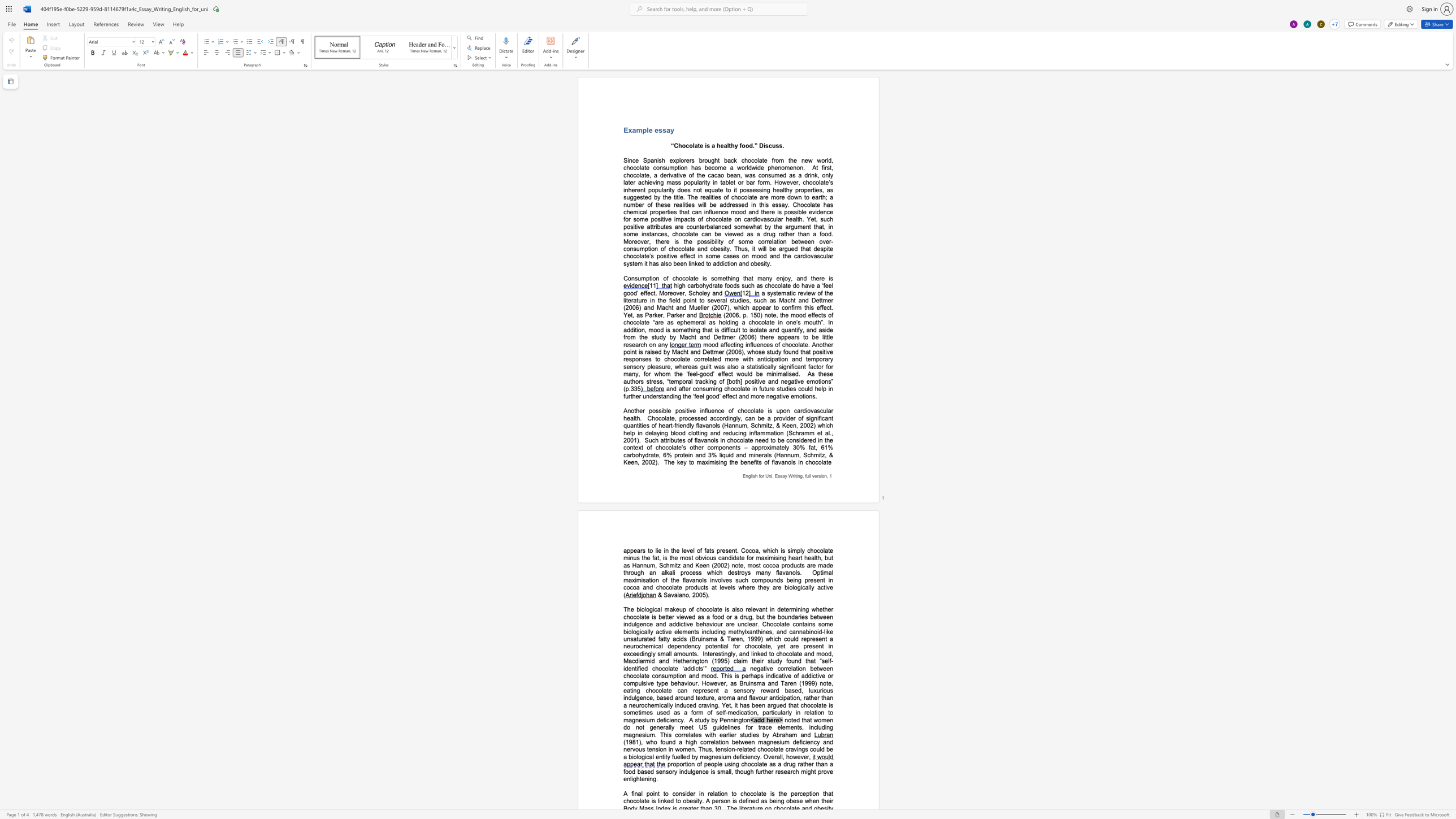  What do you see at coordinates (770, 675) in the screenshot?
I see `the space between the continuous character "n" and "d" in the text` at bounding box center [770, 675].